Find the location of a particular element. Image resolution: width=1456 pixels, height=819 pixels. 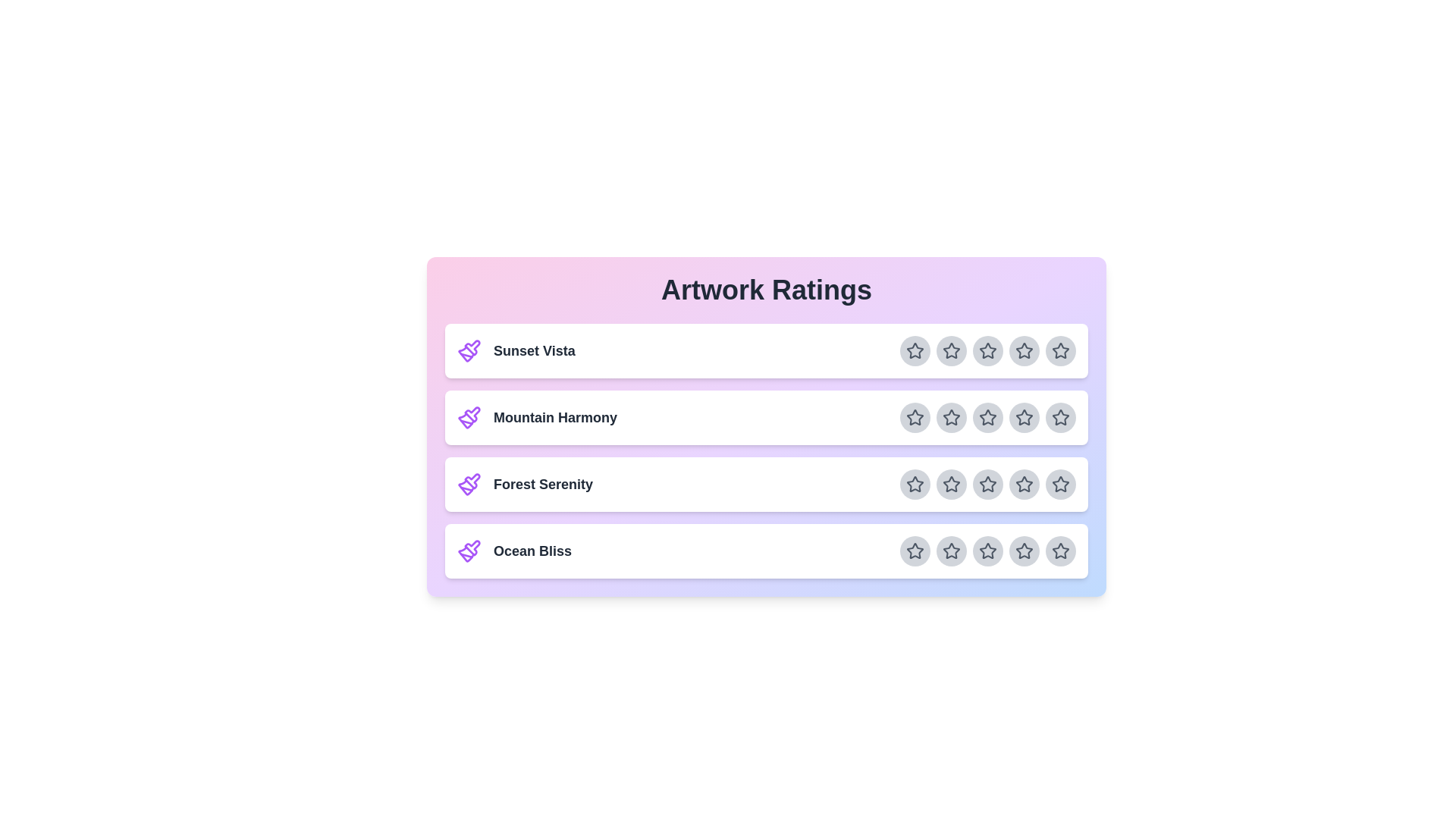

the header title 'Artwork Ratings' is located at coordinates (767, 290).